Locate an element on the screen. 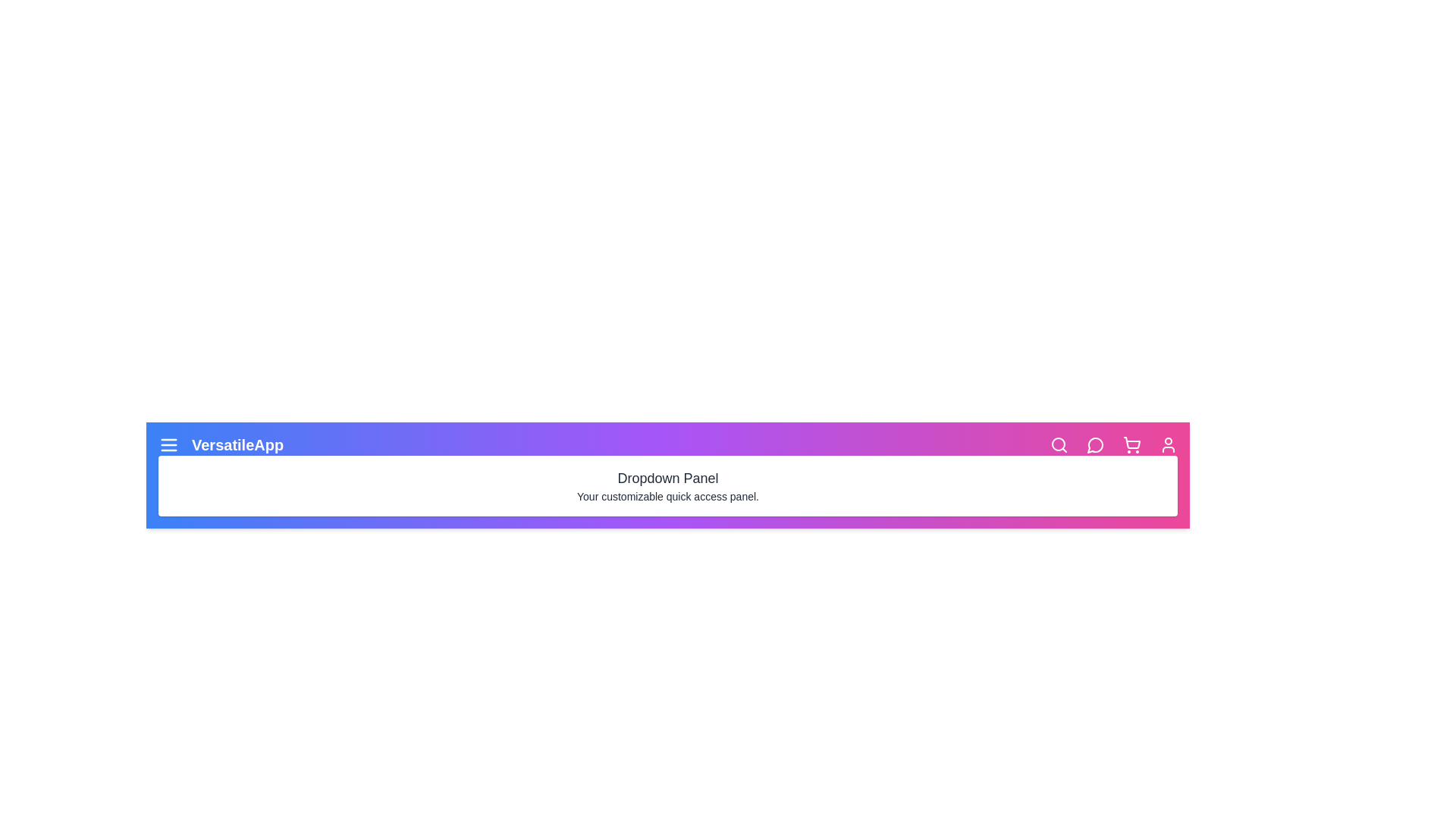  the message icon to view messages is located at coordinates (1095, 444).